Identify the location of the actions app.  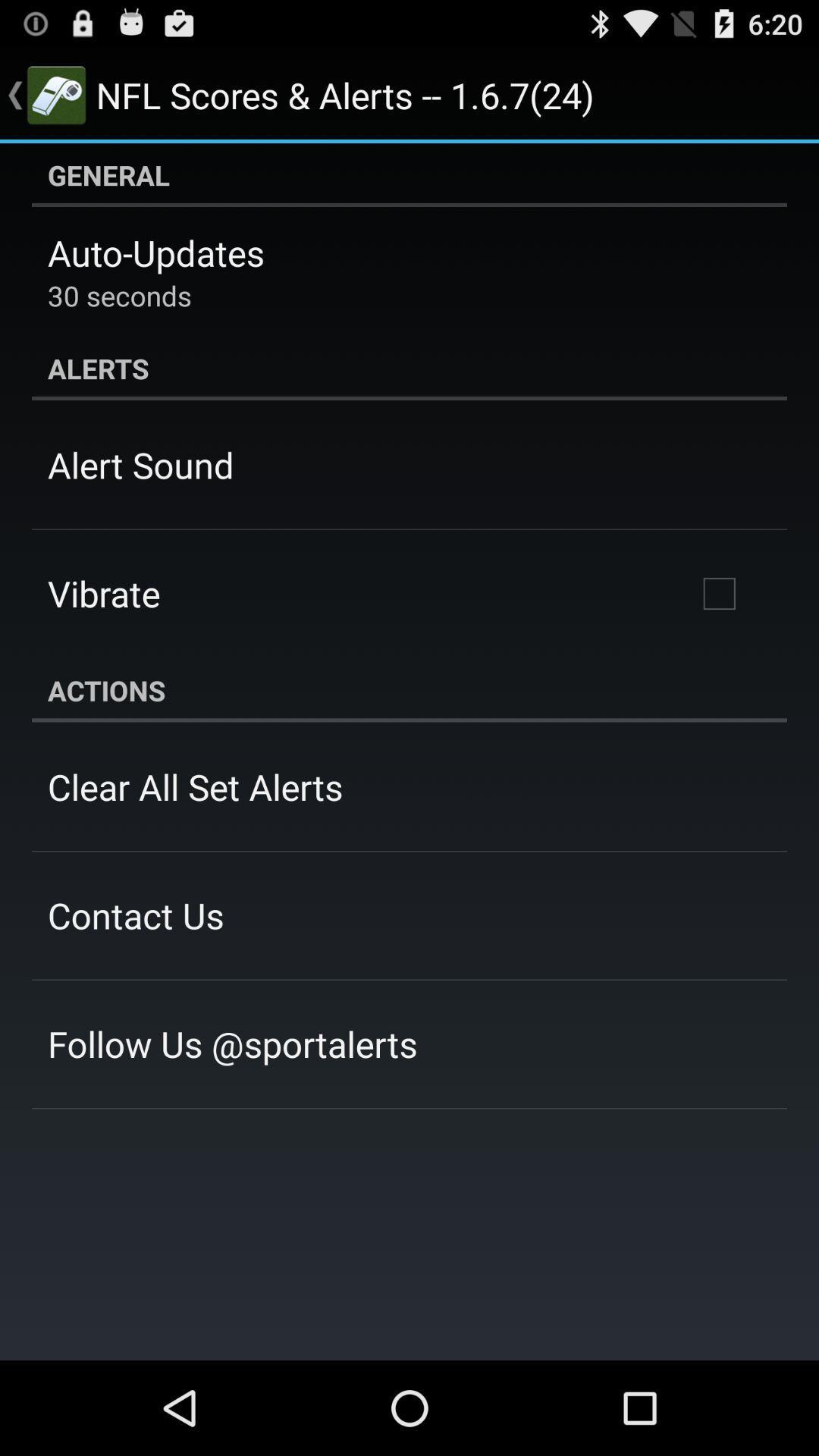
(409, 689).